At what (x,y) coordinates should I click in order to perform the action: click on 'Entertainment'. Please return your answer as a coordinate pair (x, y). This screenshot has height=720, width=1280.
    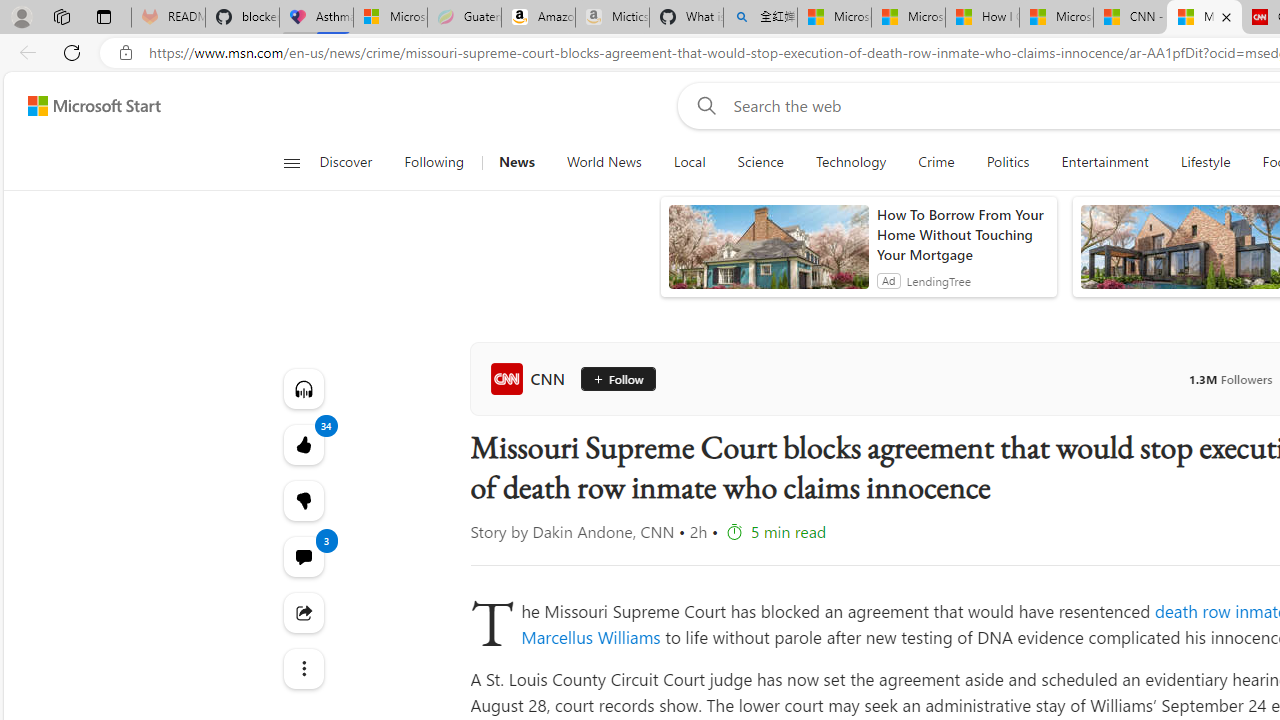
    Looking at the image, I should click on (1103, 162).